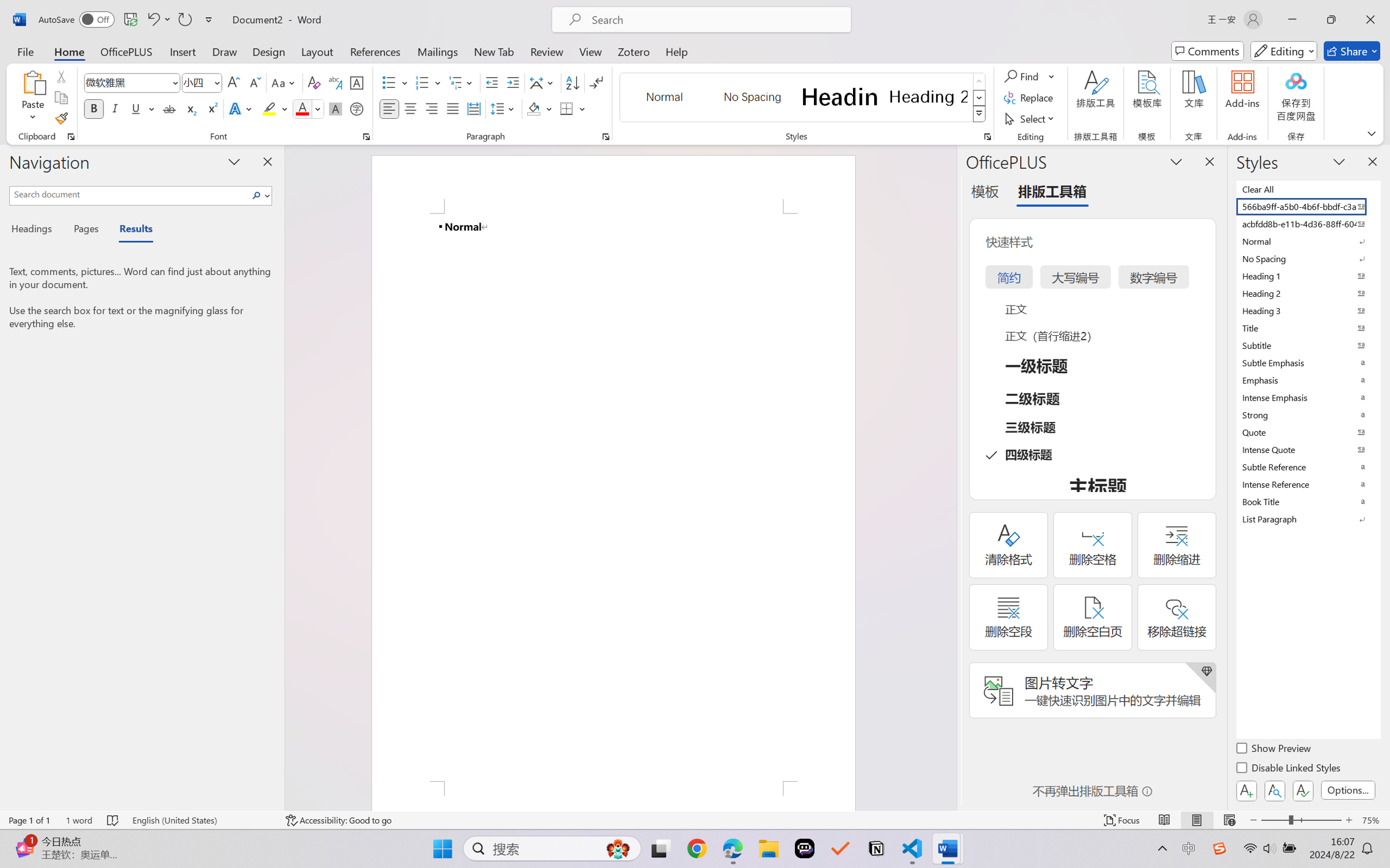 Image resolution: width=1390 pixels, height=868 pixels. I want to click on 'Intense Quote', so click(1307, 449).